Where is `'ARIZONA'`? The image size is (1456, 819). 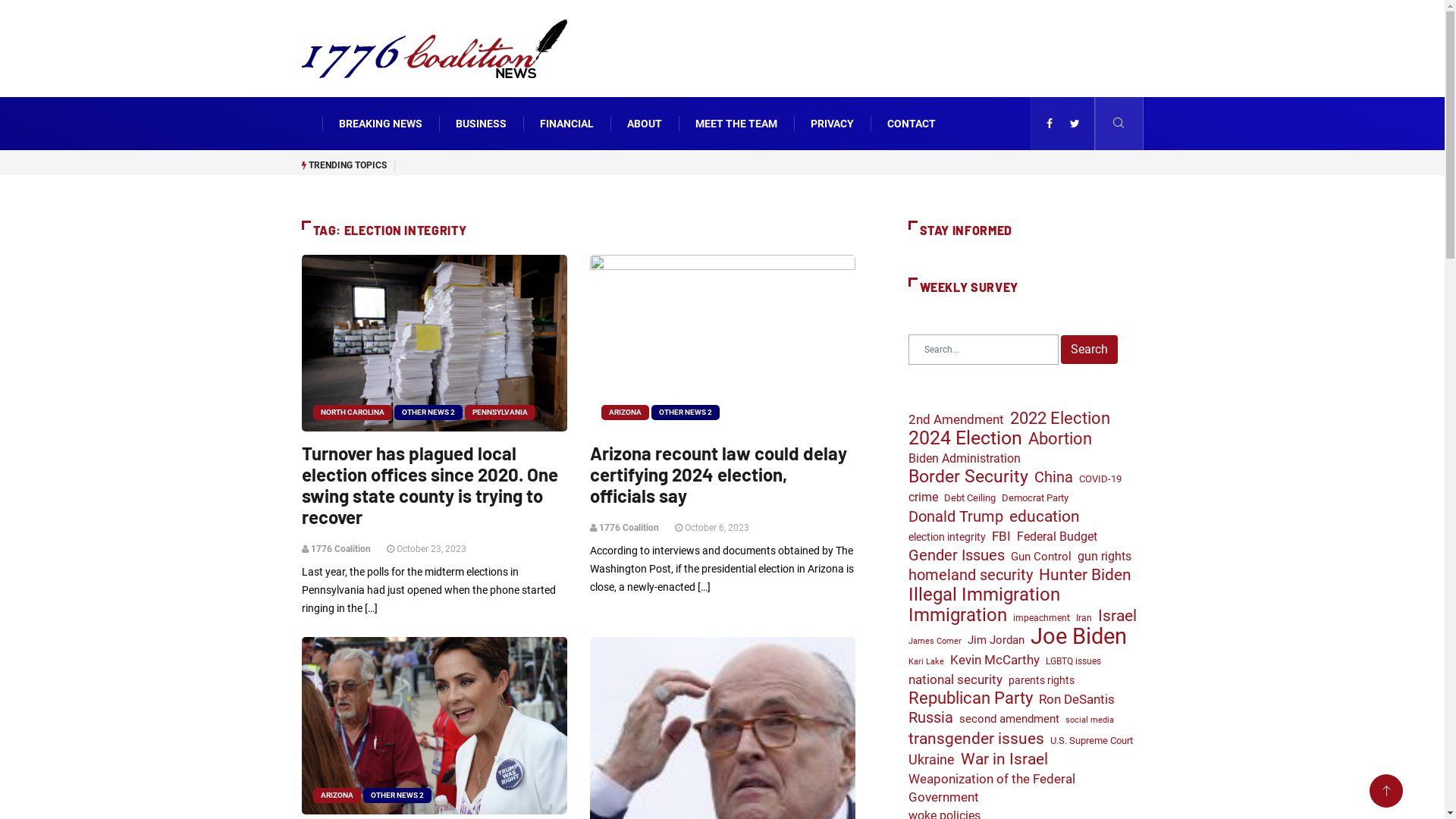
'ARIZONA' is located at coordinates (335, 795).